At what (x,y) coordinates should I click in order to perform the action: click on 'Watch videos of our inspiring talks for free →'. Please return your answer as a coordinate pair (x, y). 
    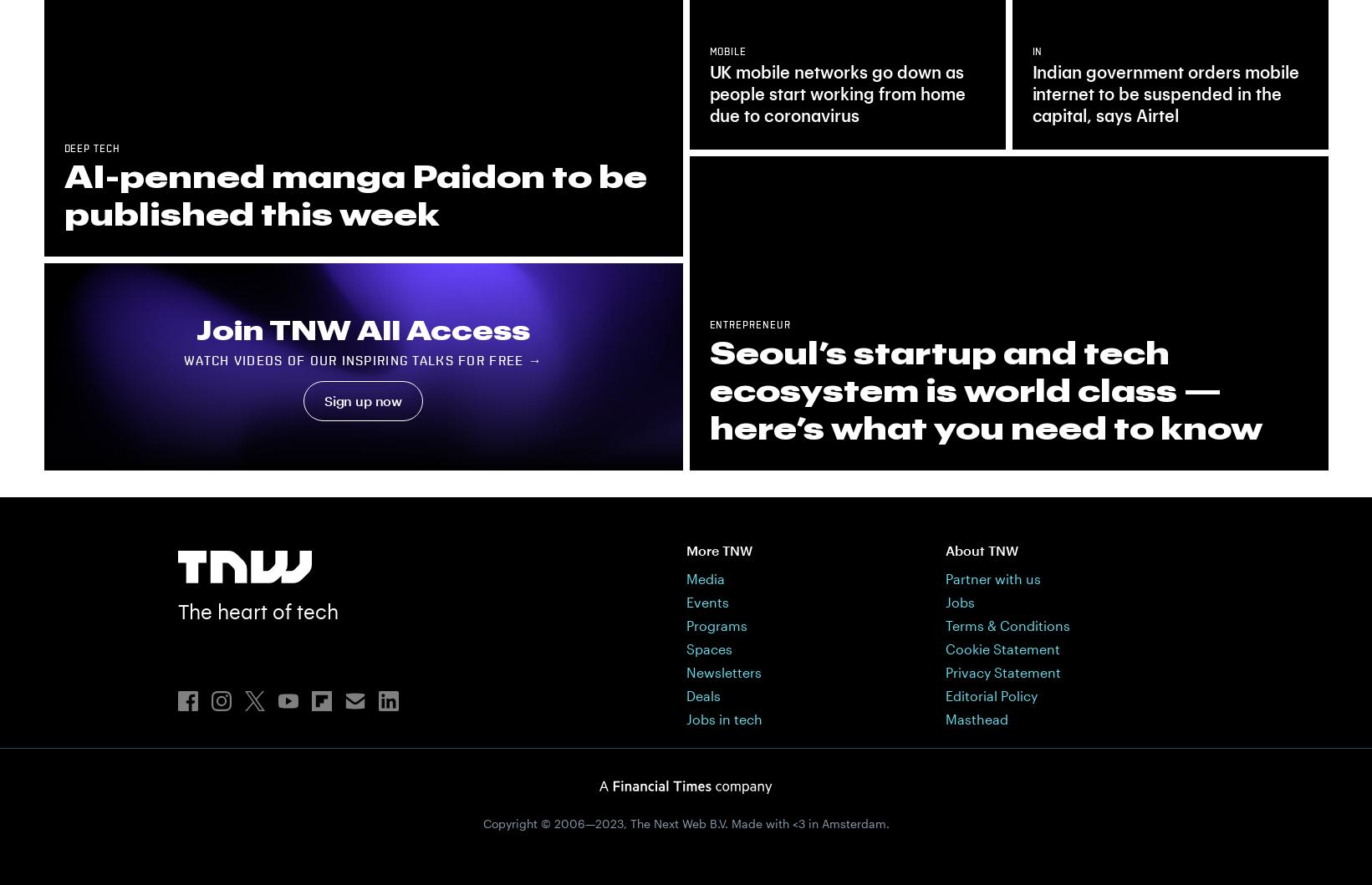
    Looking at the image, I should click on (362, 360).